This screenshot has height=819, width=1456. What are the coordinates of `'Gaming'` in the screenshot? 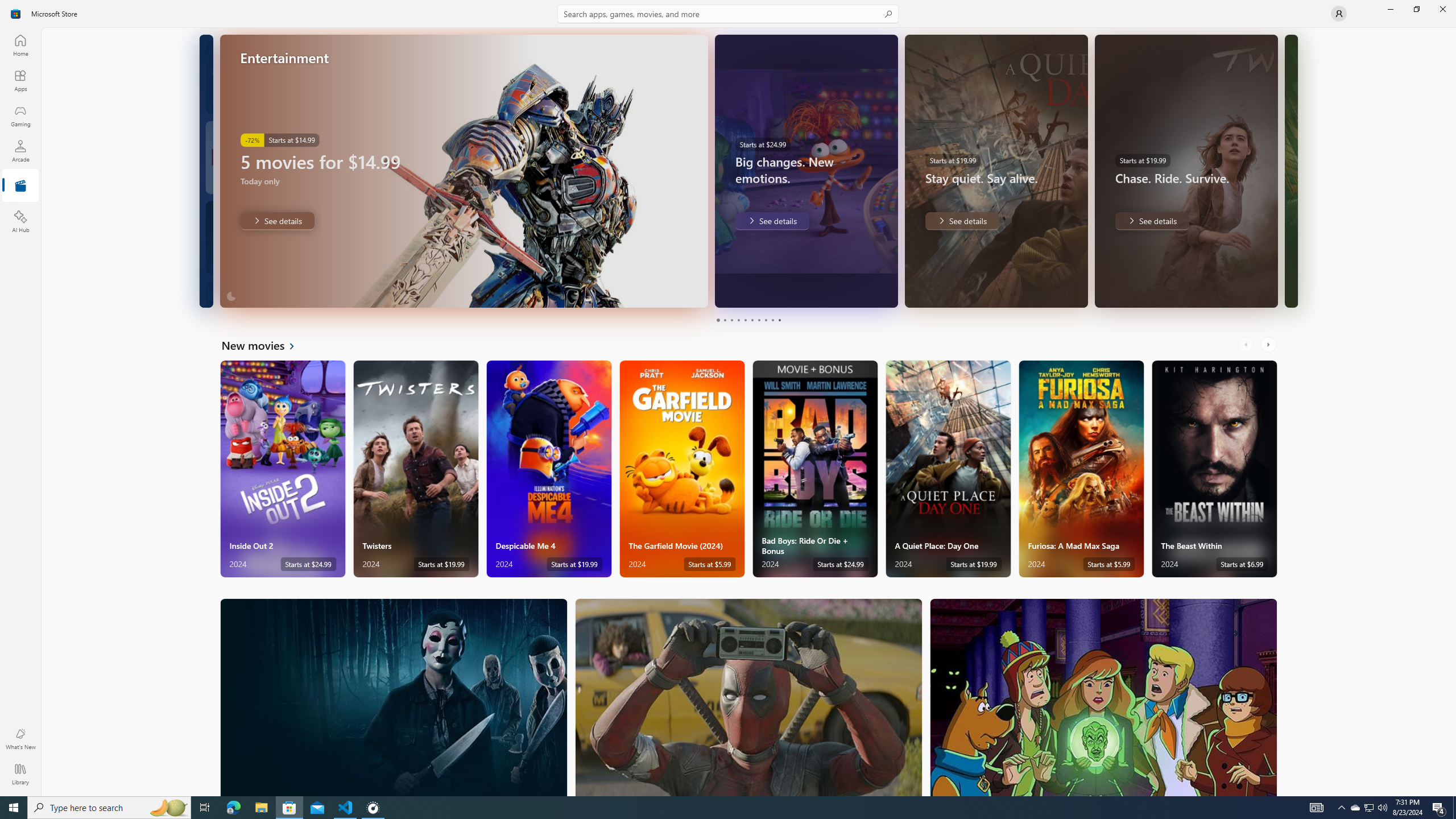 It's located at (19, 115).